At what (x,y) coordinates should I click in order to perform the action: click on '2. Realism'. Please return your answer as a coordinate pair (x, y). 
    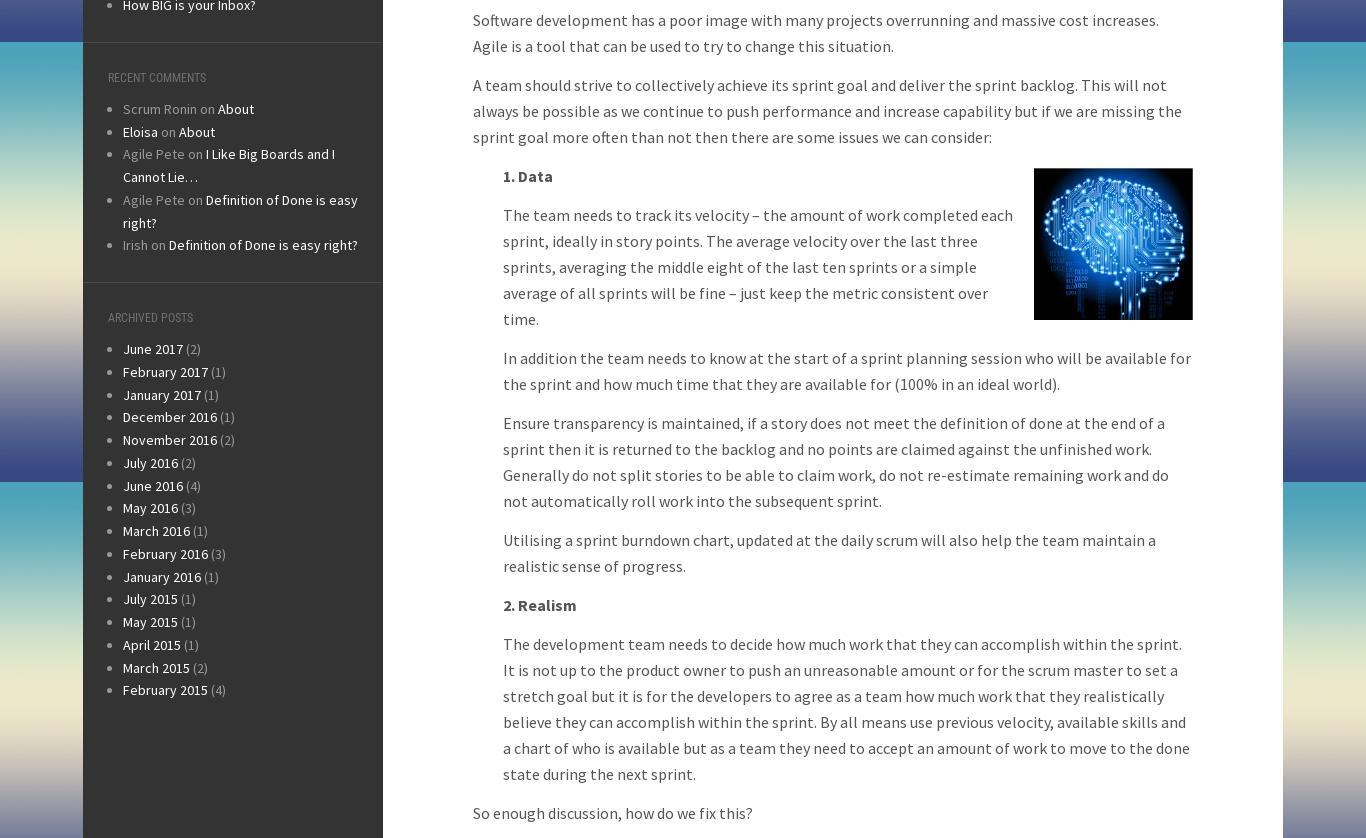
    Looking at the image, I should click on (539, 605).